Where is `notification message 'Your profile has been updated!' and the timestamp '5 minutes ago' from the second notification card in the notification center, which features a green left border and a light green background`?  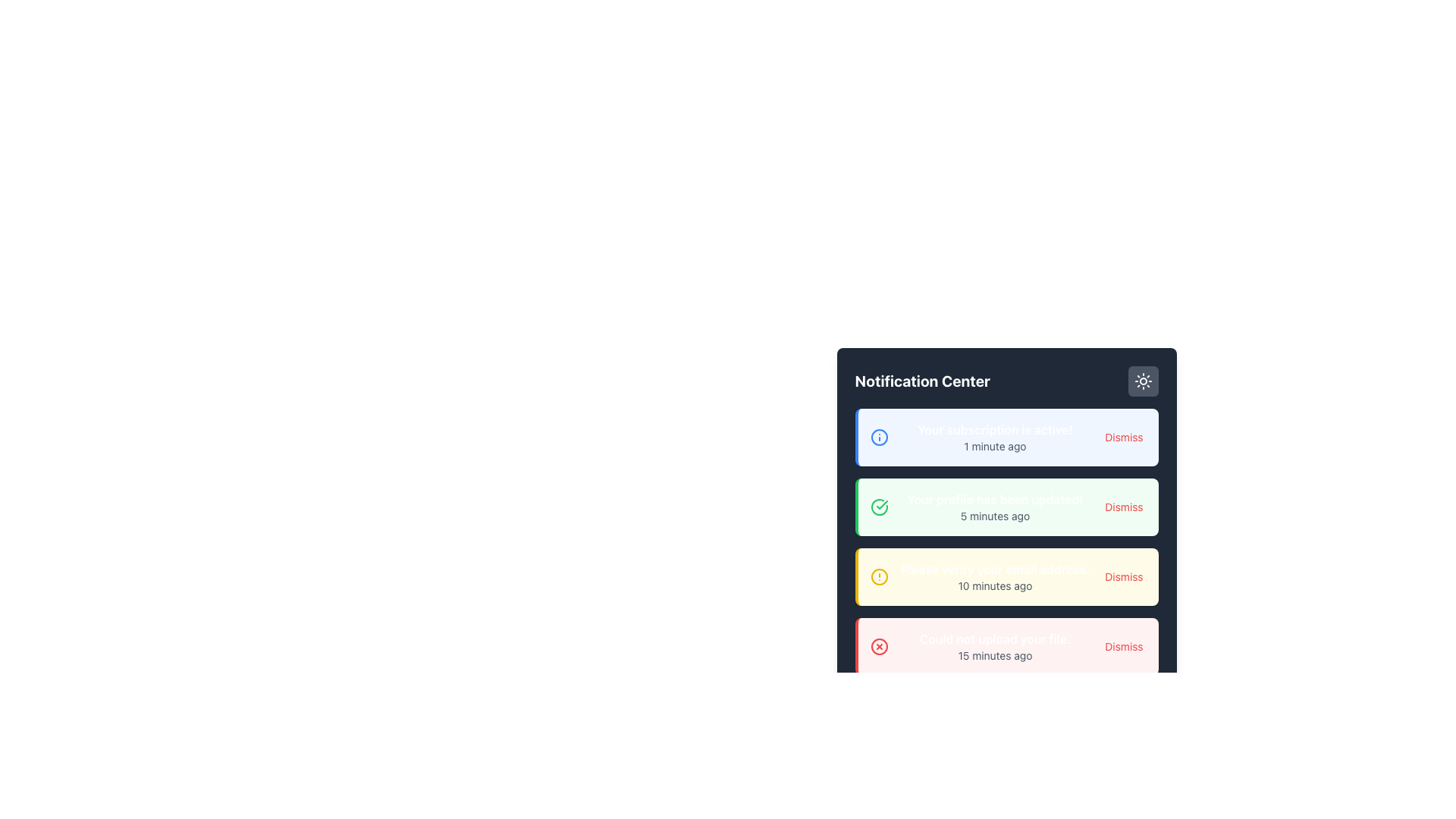
notification message 'Your profile has been updated!' and the timestamp '5 minutes ago' from the second notification card in the notification center, which features a green left border and a light green background is located at coordinates (1006, 507).